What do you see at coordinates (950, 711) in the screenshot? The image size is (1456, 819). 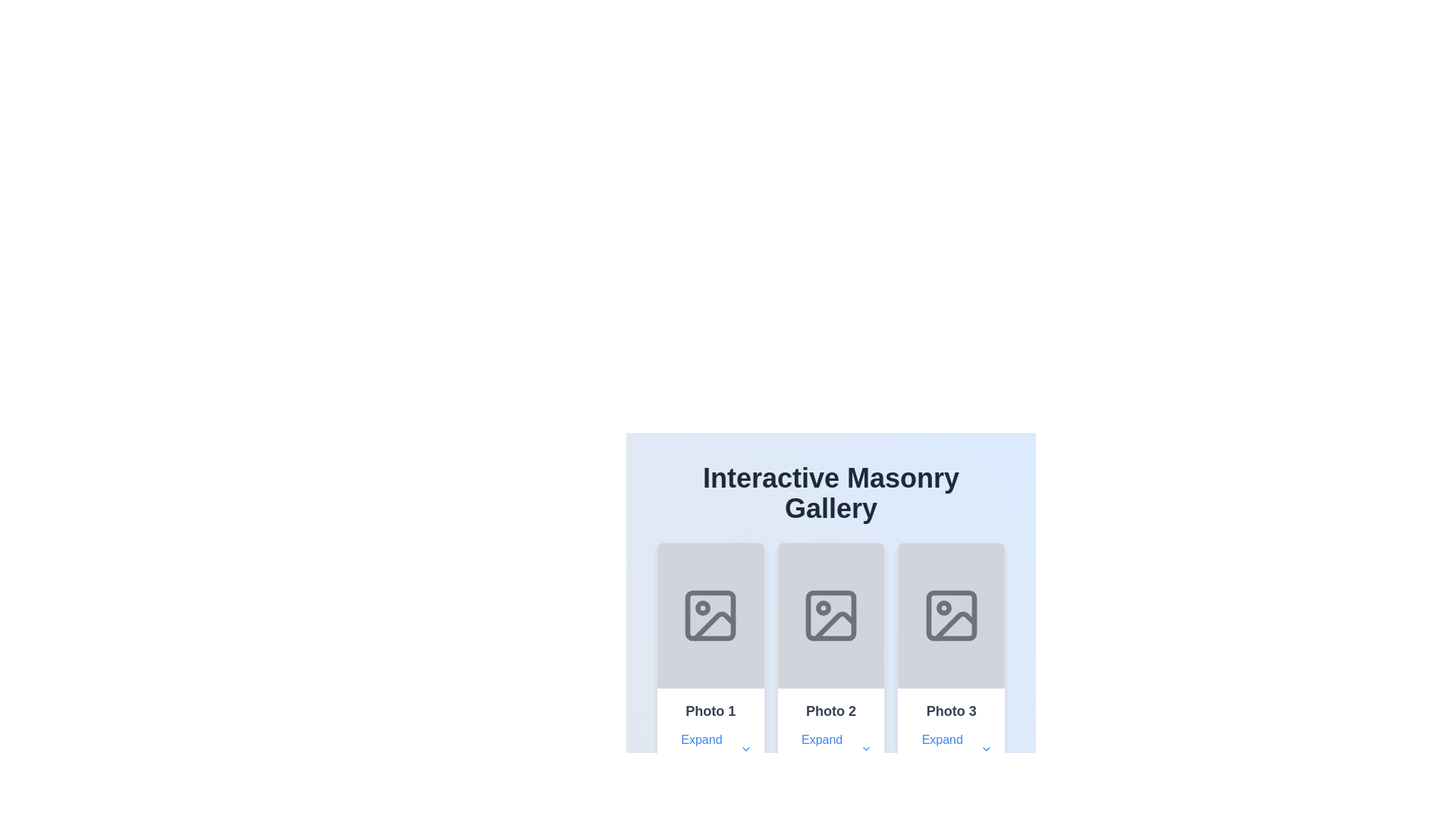 I see `text label indicating 'Photo 3', which serves as the title for the third panel and is positioned above the 'Expand' link` at bounding box center [950, 711].